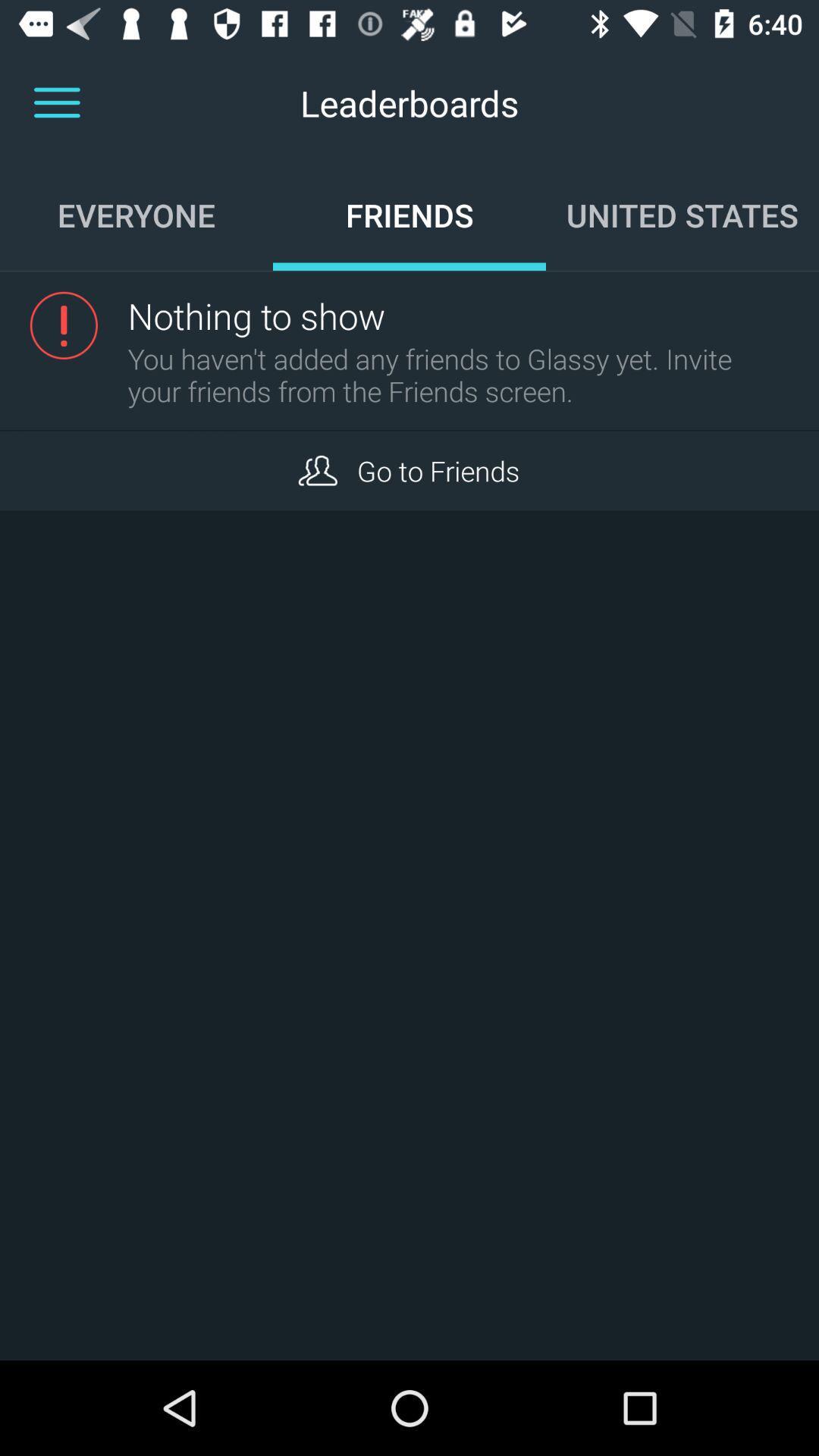  I want to click on options drop down, so click(56, 102).